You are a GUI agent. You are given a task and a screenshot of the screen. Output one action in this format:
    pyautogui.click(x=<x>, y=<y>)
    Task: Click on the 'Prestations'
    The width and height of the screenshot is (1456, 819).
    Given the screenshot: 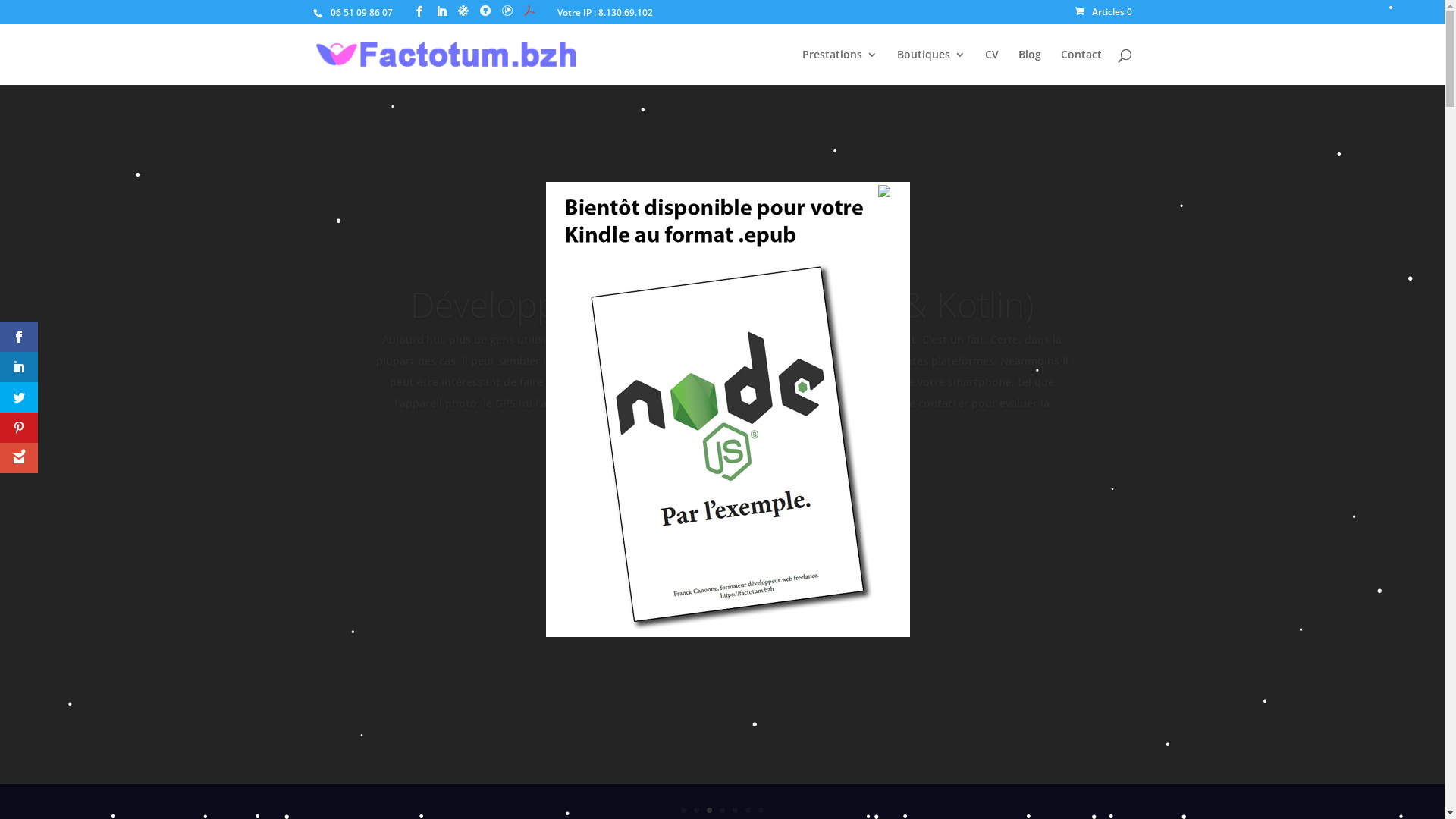 What is the action you would take?
    pyautogui.click(x=839, y=66)
    